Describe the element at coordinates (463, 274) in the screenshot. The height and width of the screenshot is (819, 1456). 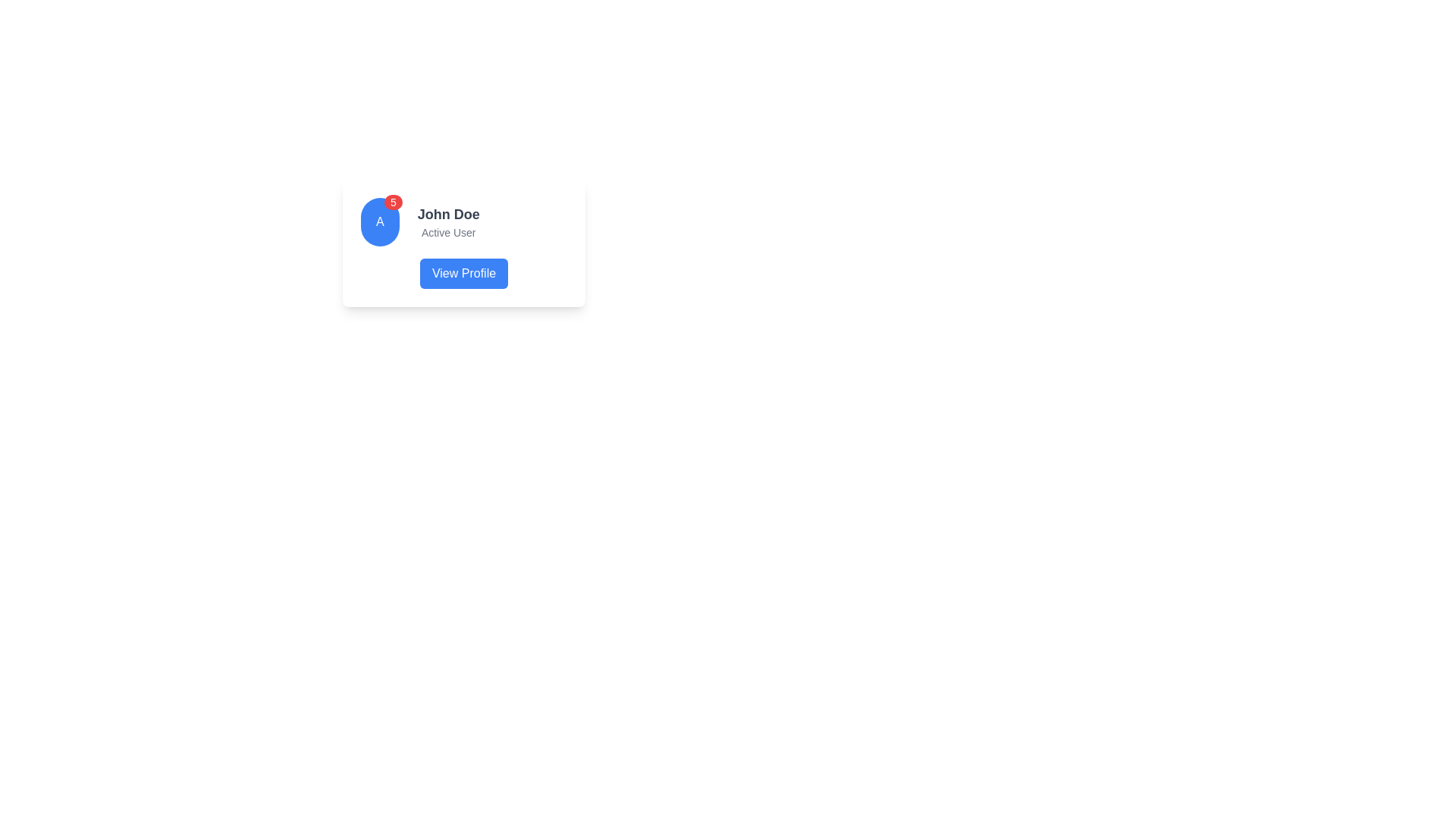
I see `the 'View Profile' button with blue background and white text, located below the 'John Doe' label and 'Active User' status, to change its background color` at that location.